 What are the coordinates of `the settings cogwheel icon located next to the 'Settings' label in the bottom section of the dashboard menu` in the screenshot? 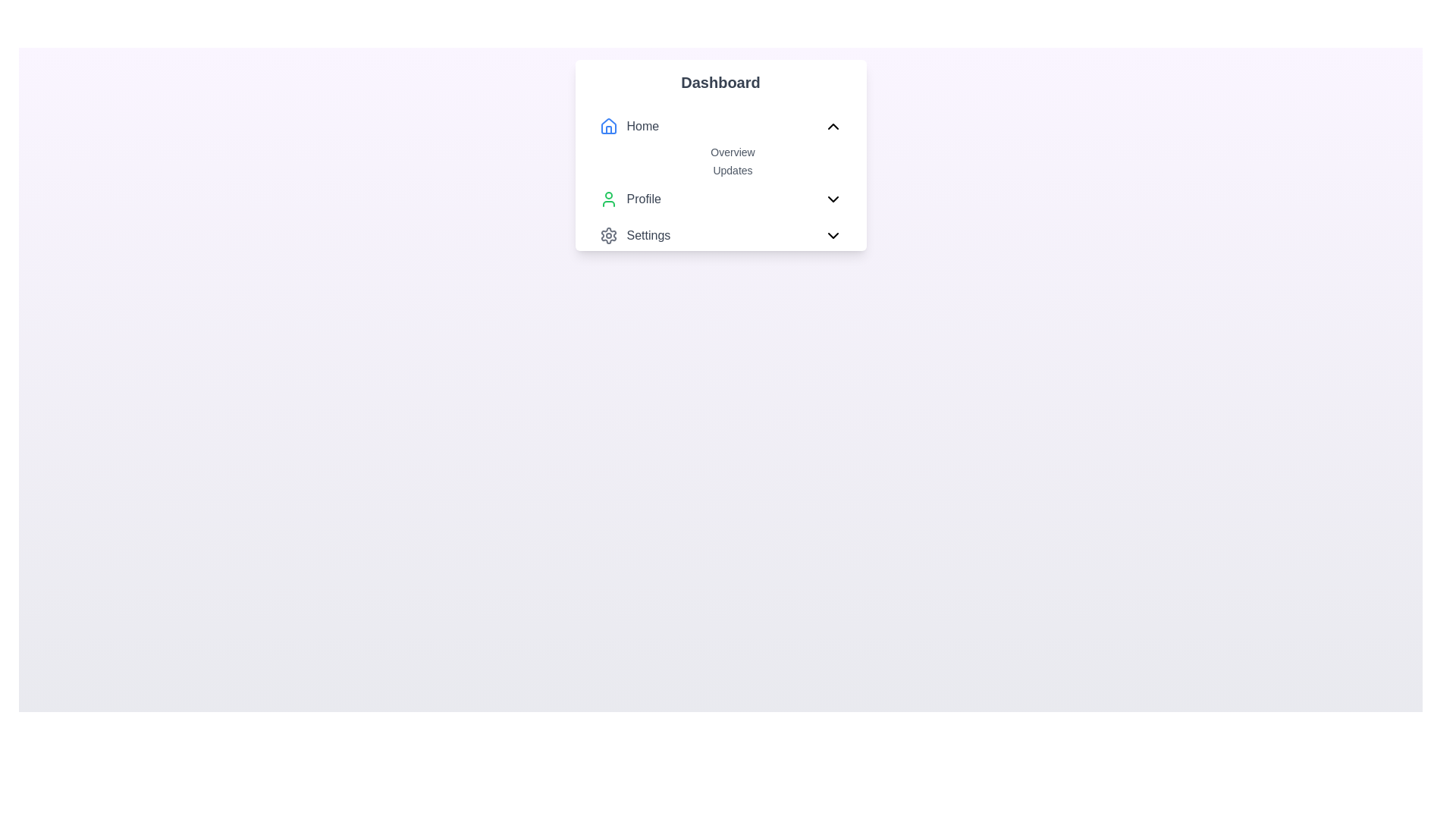 It's located at (608, 236).